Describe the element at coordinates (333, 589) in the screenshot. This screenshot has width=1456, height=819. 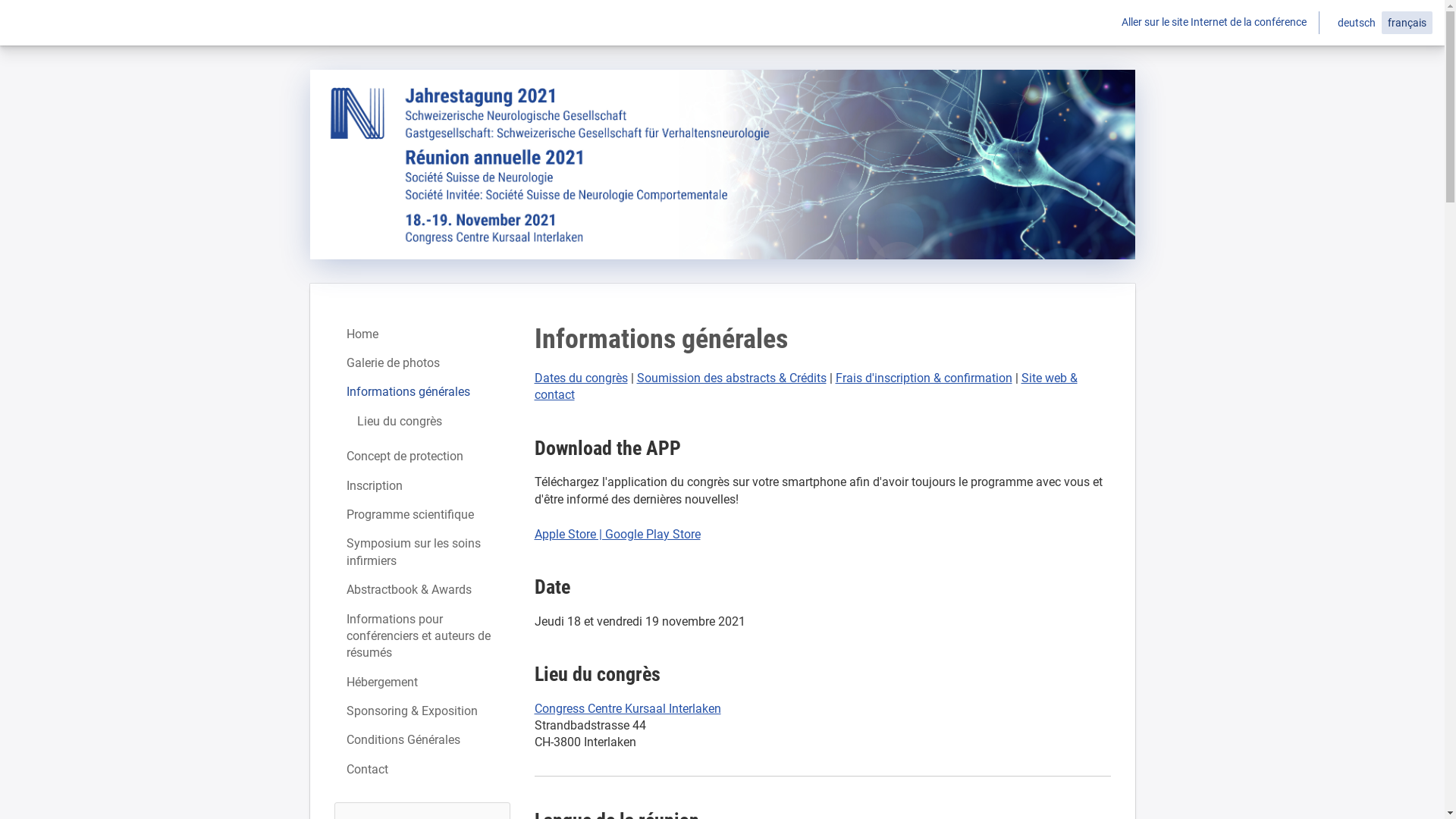
I see `'Abstractbook & Awards'` at that location.